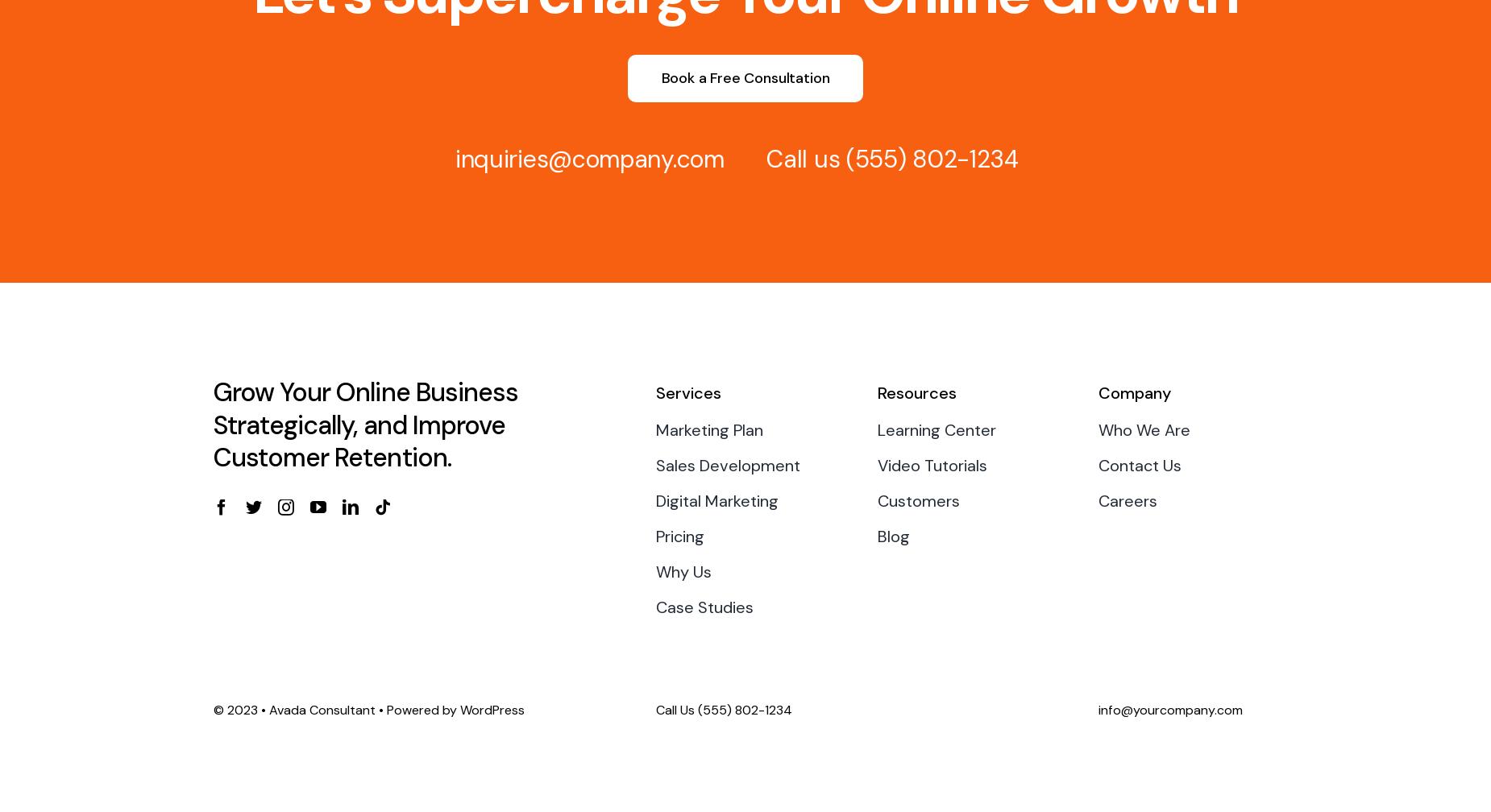  Describe the element at coordinates (917, 501) in the screenshot. I see `'Customers'` at that location.